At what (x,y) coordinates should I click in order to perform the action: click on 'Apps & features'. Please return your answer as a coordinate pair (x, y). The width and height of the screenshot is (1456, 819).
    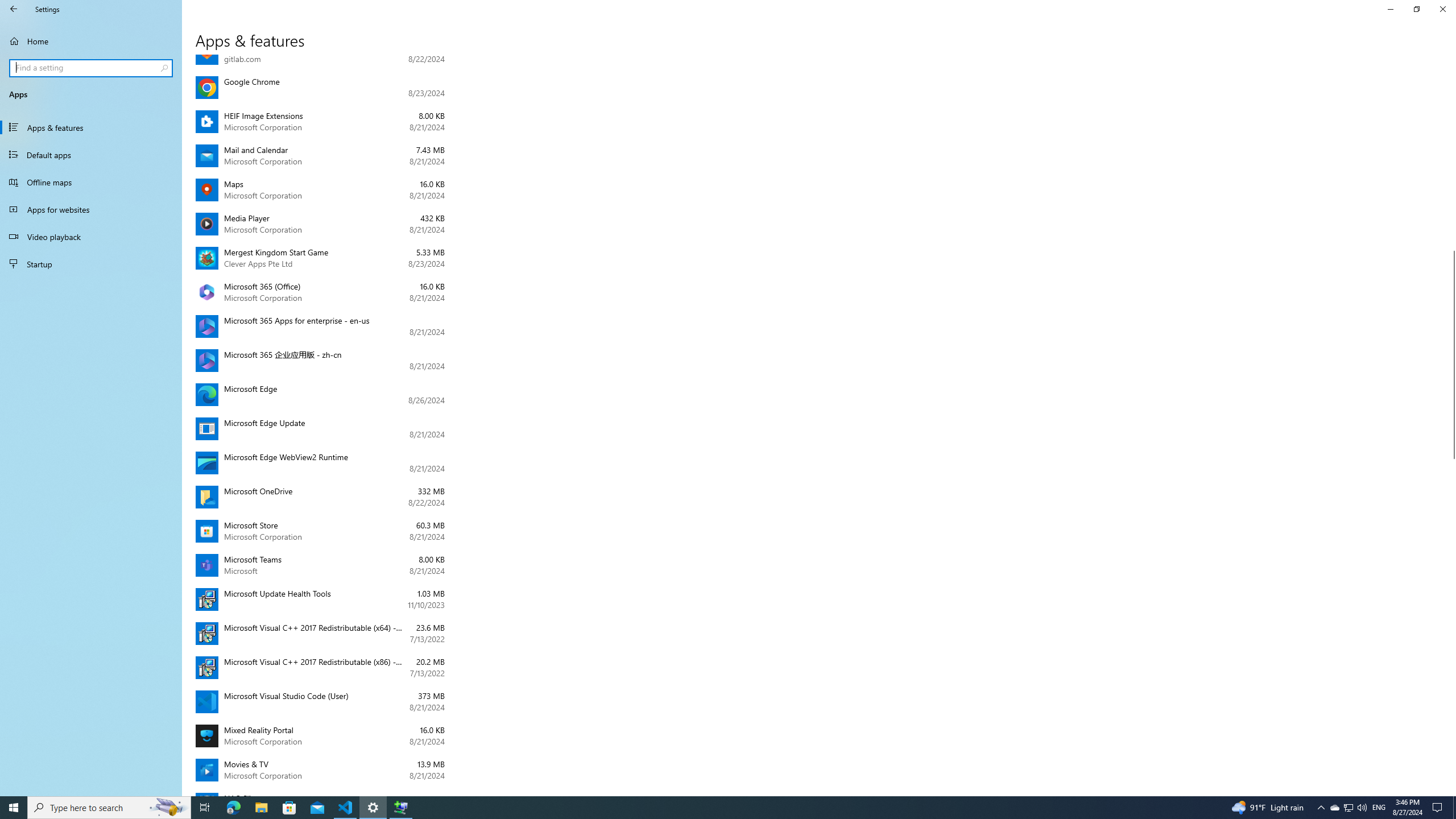
    Looking at the image, I should click on (90, 126).